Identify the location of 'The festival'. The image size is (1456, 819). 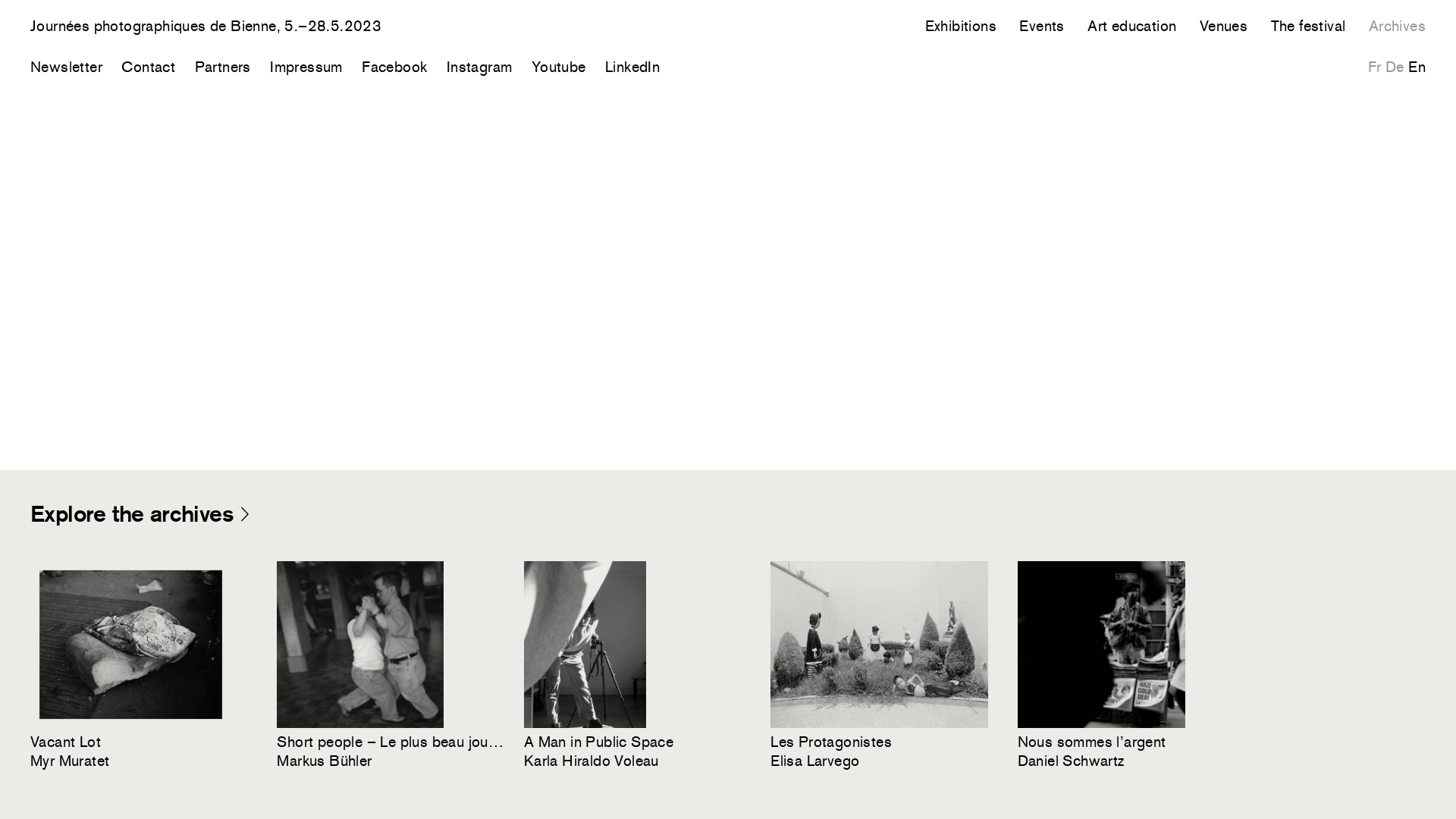
(1270, 26).